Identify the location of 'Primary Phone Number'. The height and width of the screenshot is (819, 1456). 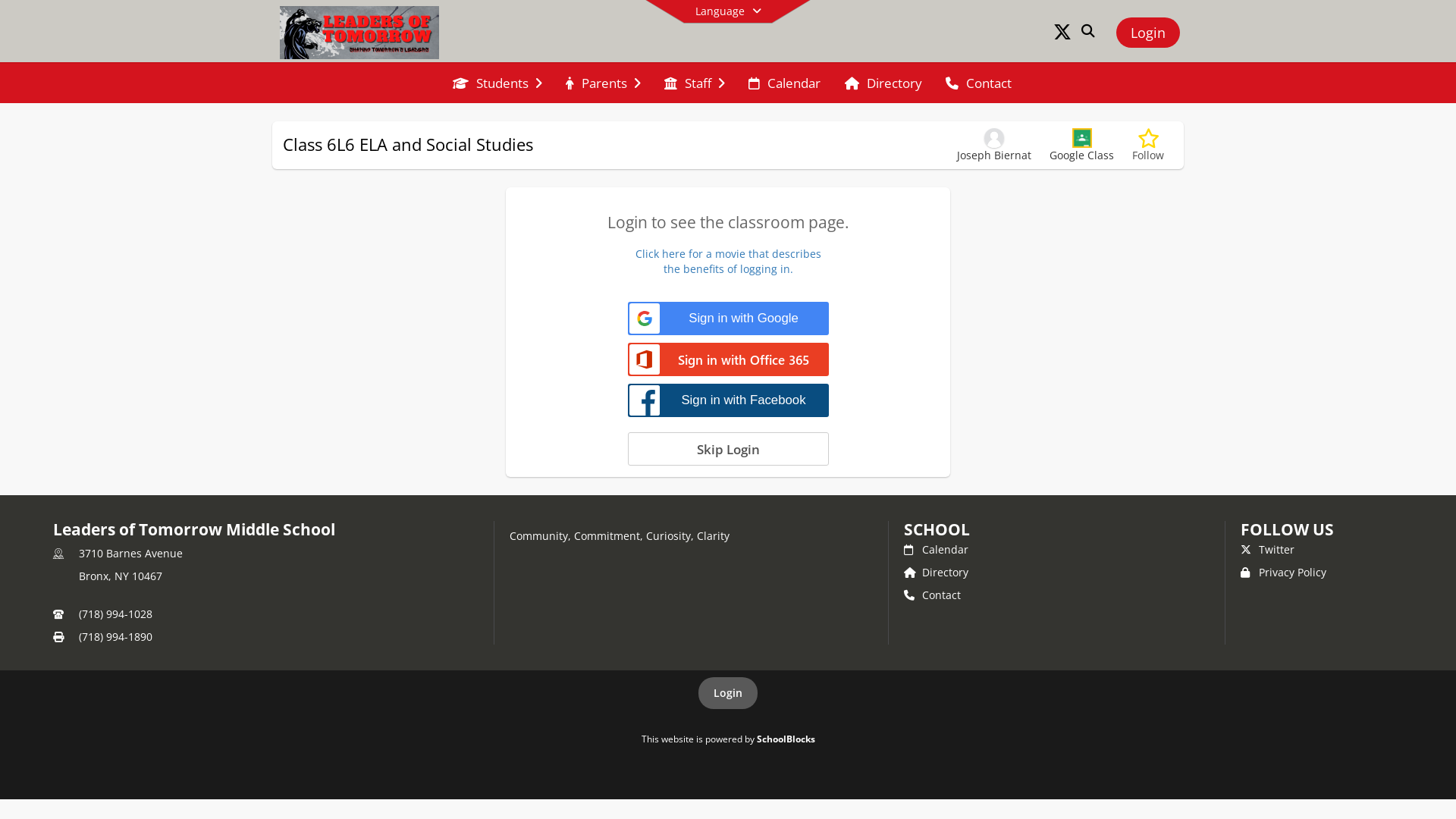
(53, 613).